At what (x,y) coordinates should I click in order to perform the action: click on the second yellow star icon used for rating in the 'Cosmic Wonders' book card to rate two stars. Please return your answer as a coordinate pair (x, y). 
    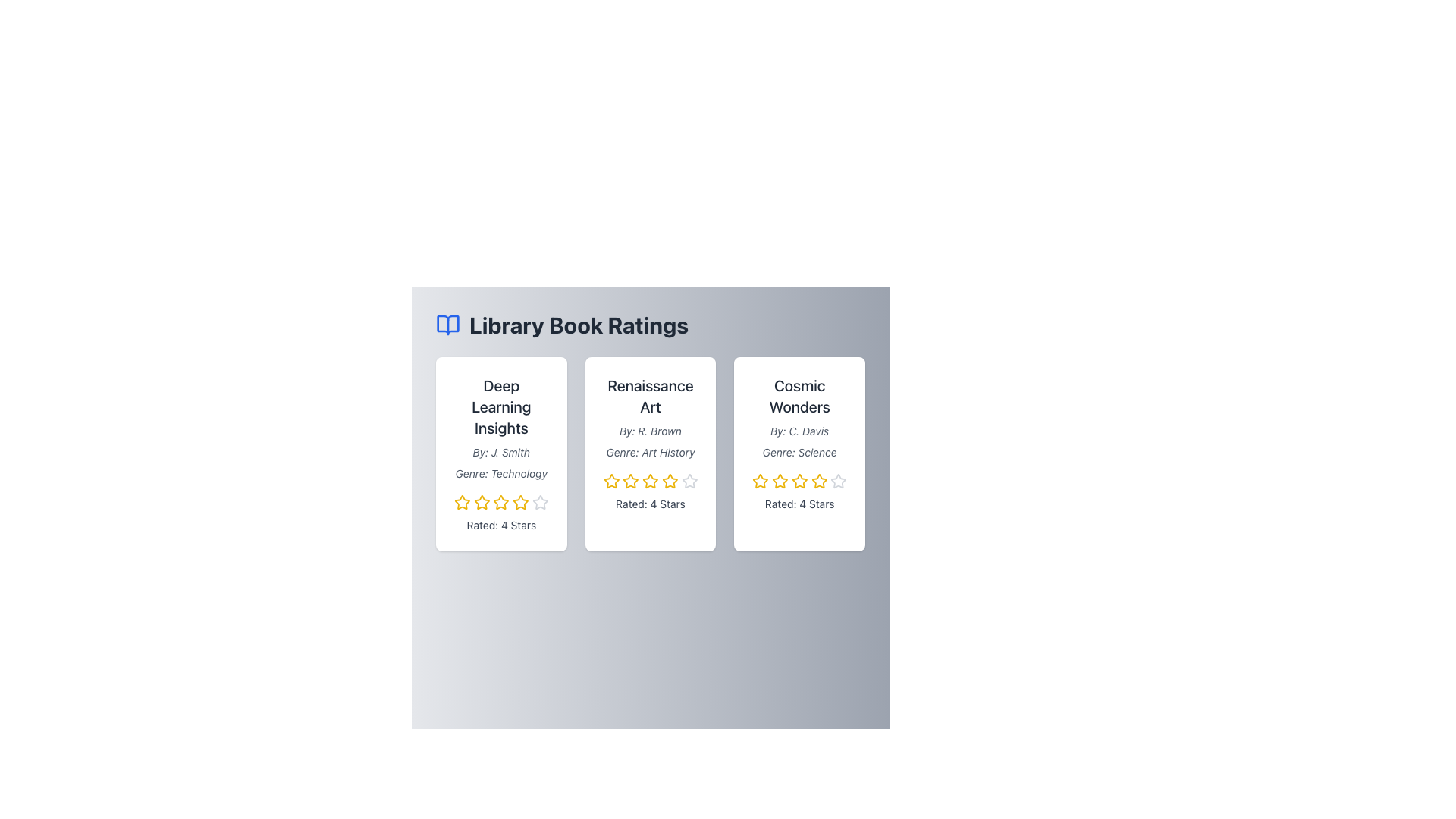
    Looking at the image, I should click on (761, 482).